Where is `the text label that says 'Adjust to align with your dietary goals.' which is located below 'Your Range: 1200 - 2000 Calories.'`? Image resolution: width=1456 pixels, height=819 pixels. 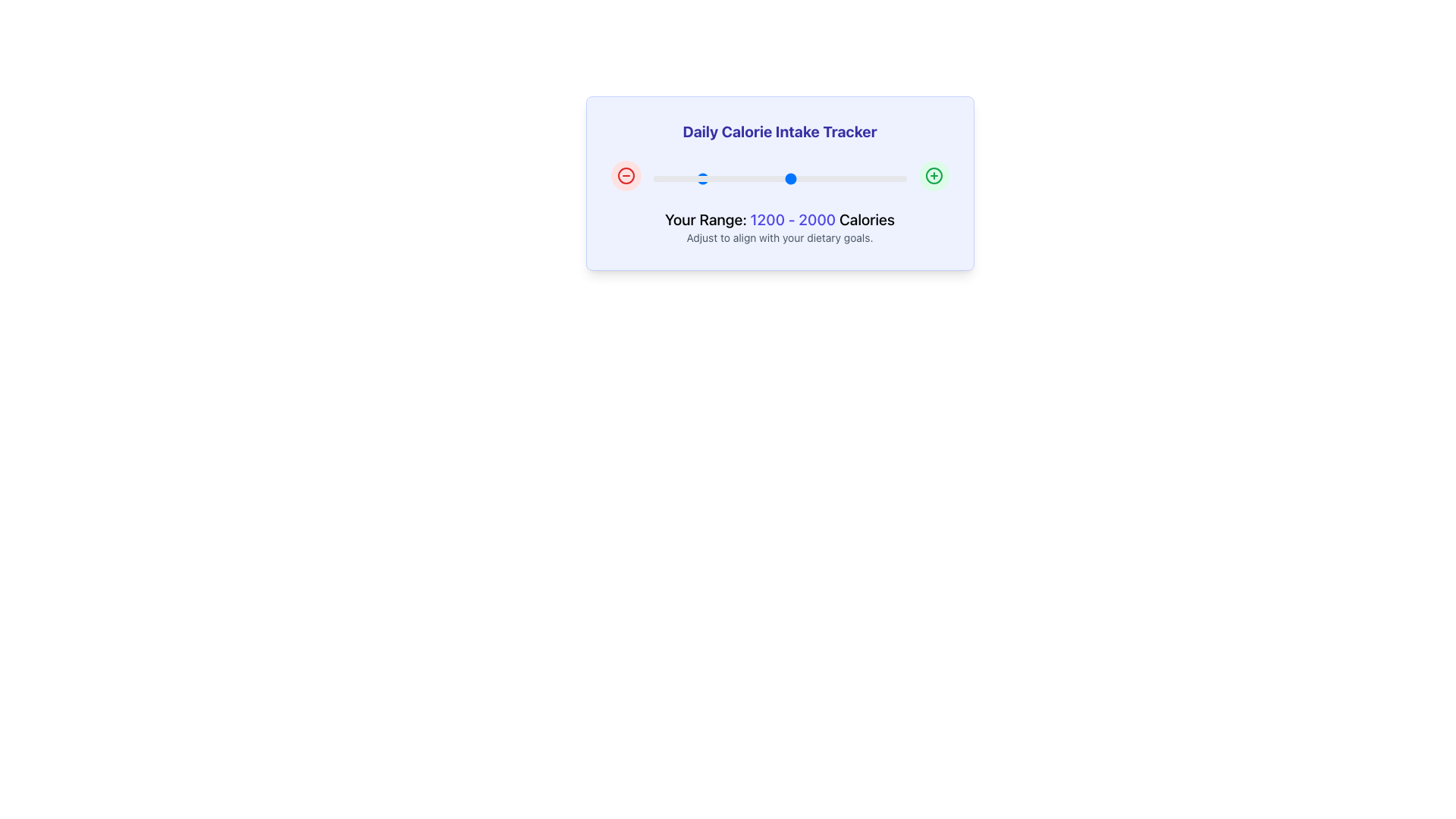
the text label that says 'Adjust to align with your dietary goals.' which is located below 'Your Range: 1200 - 2000 Calories.' is located at coordinates (780, 237).